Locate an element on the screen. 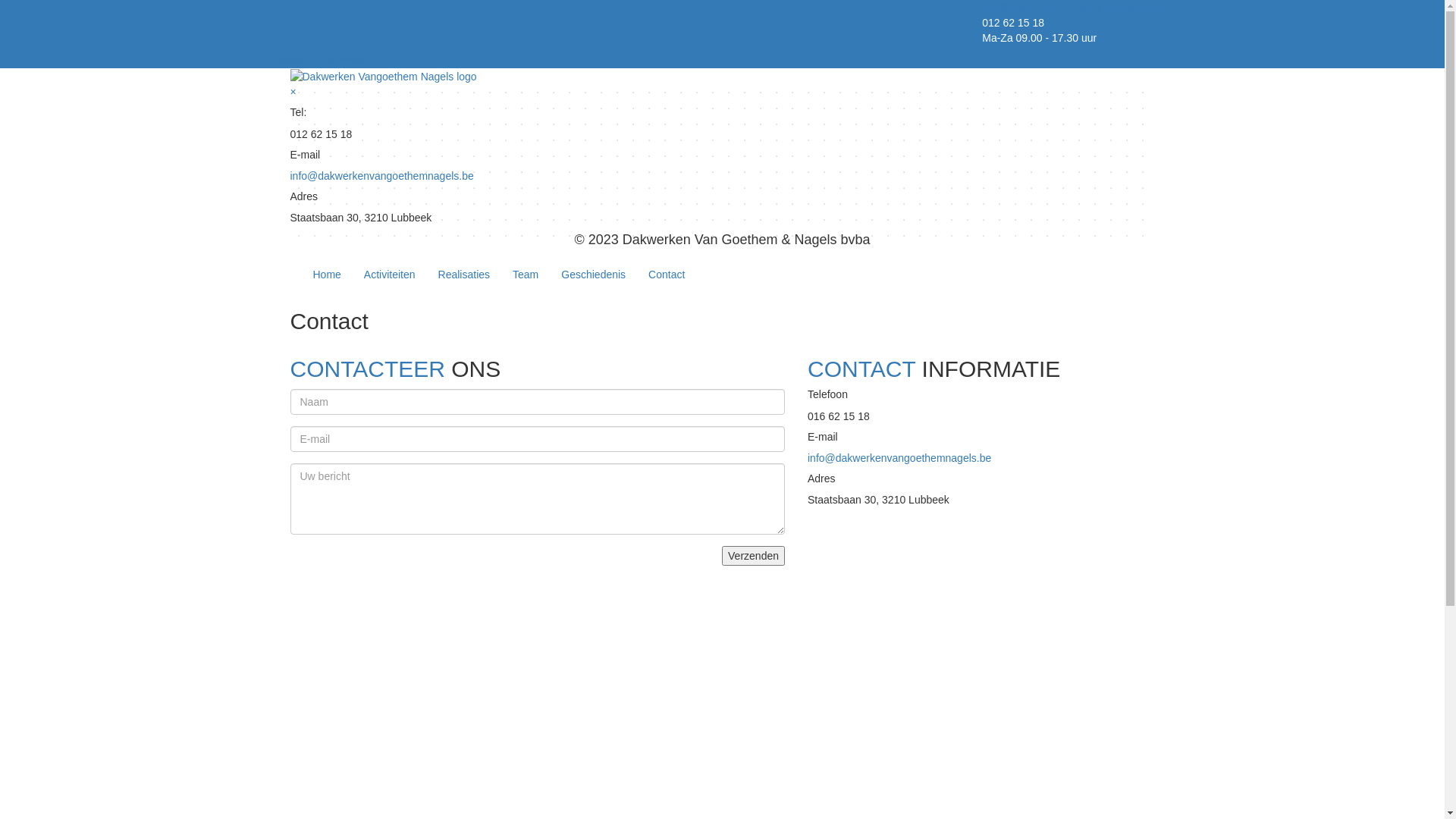  'Realisaties' is located at coordinates (463, 275).